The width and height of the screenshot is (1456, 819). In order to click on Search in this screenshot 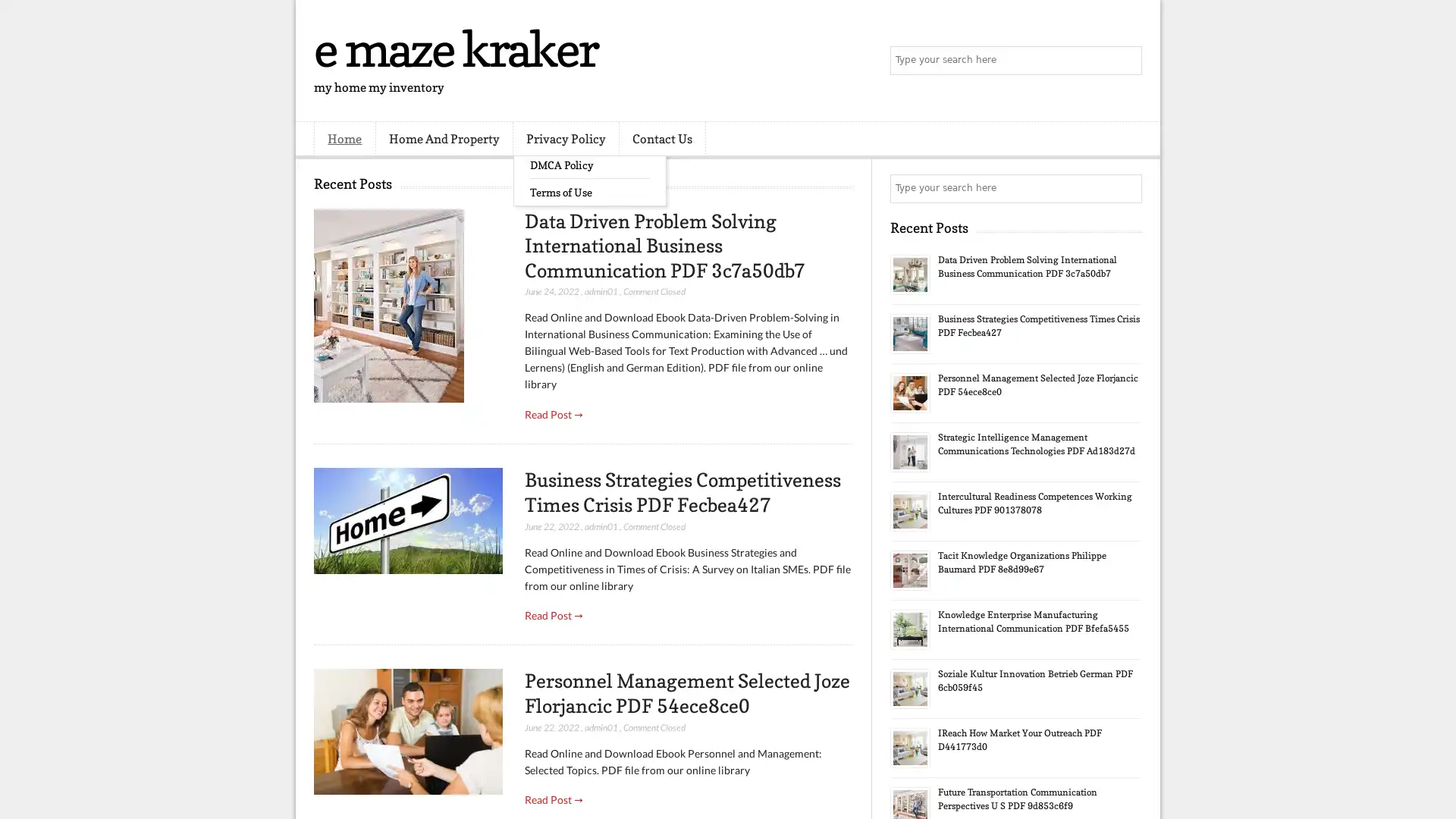, I will do `click(1126, 61)`.